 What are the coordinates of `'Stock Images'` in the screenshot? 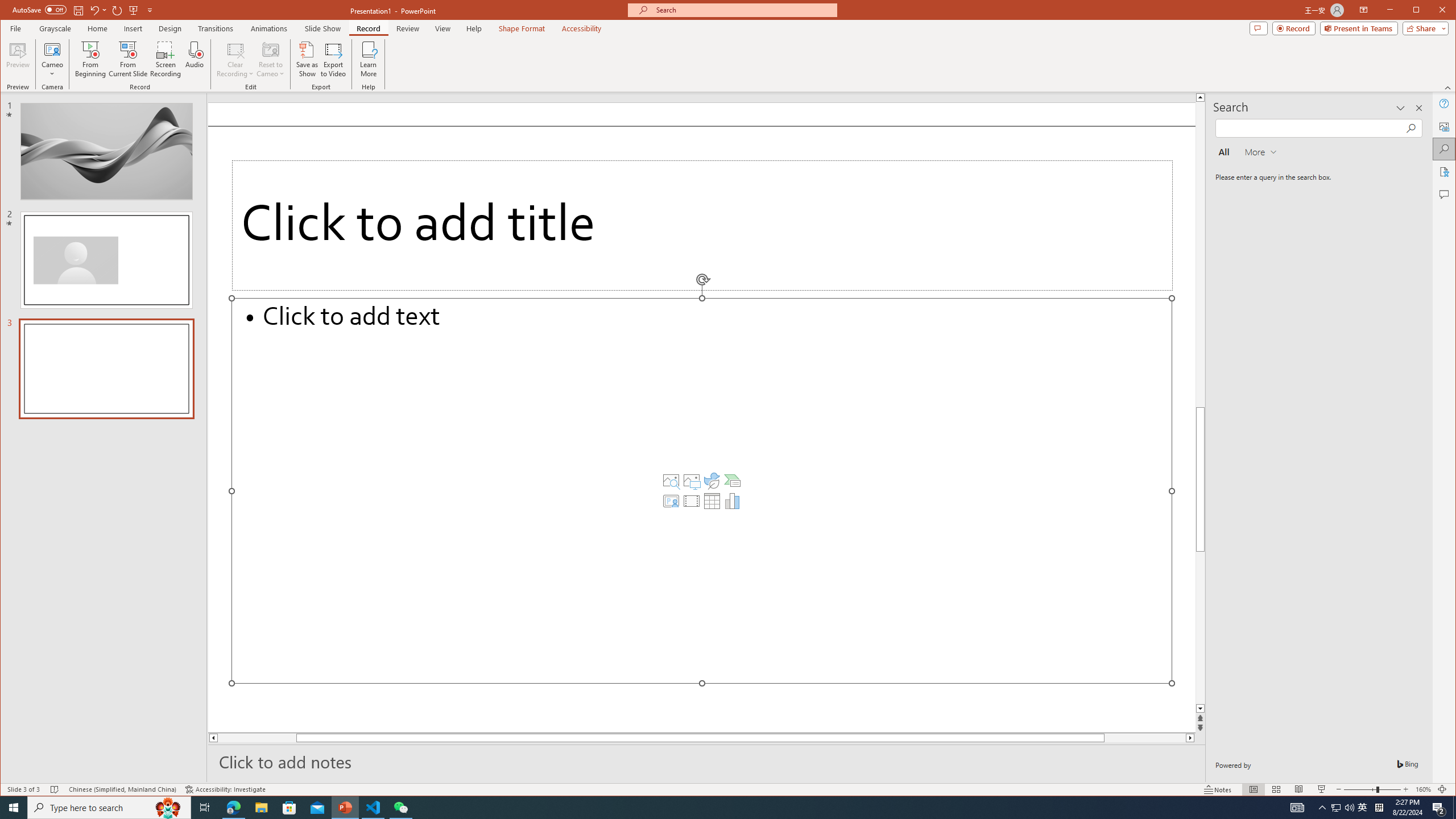 It's located at (671, 481).